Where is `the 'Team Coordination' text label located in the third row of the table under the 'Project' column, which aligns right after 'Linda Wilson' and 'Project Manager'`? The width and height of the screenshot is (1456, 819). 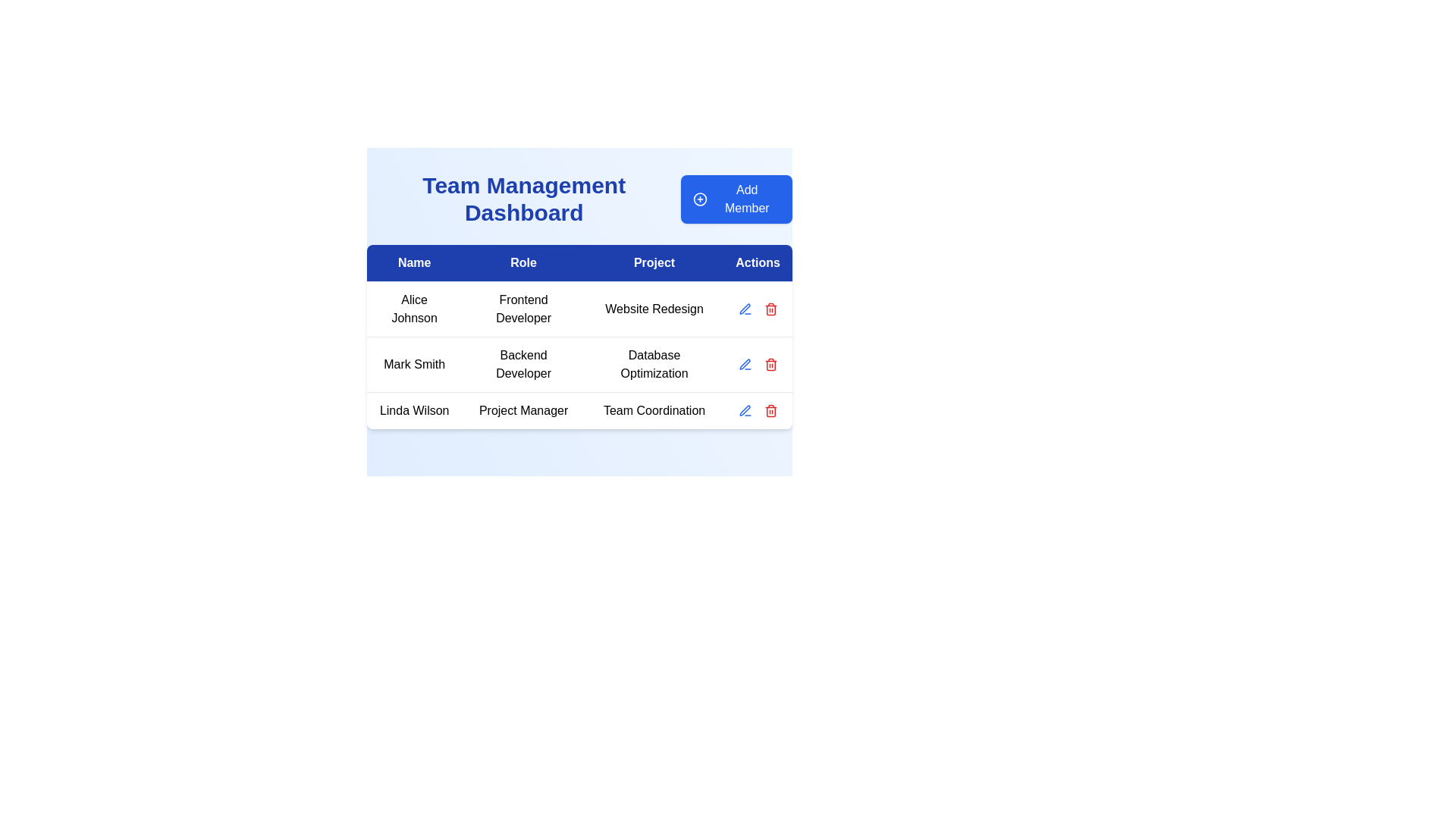
the 'Team Coordination' text label located in the third row of the table under the 'Project' column, which aligns right after 'Linda Wilson' and 'Project Manager' is located at coordinates (654, 410).